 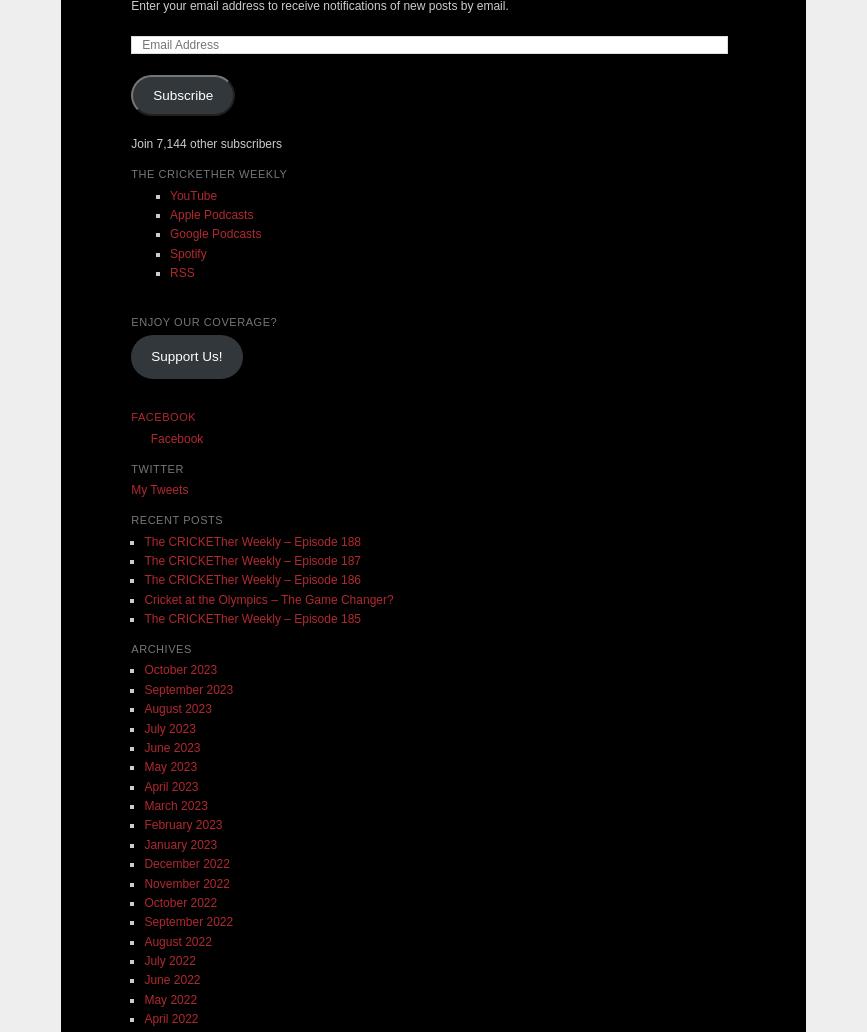 I want to click on 'April 2022', so click(x=170, y=1017).